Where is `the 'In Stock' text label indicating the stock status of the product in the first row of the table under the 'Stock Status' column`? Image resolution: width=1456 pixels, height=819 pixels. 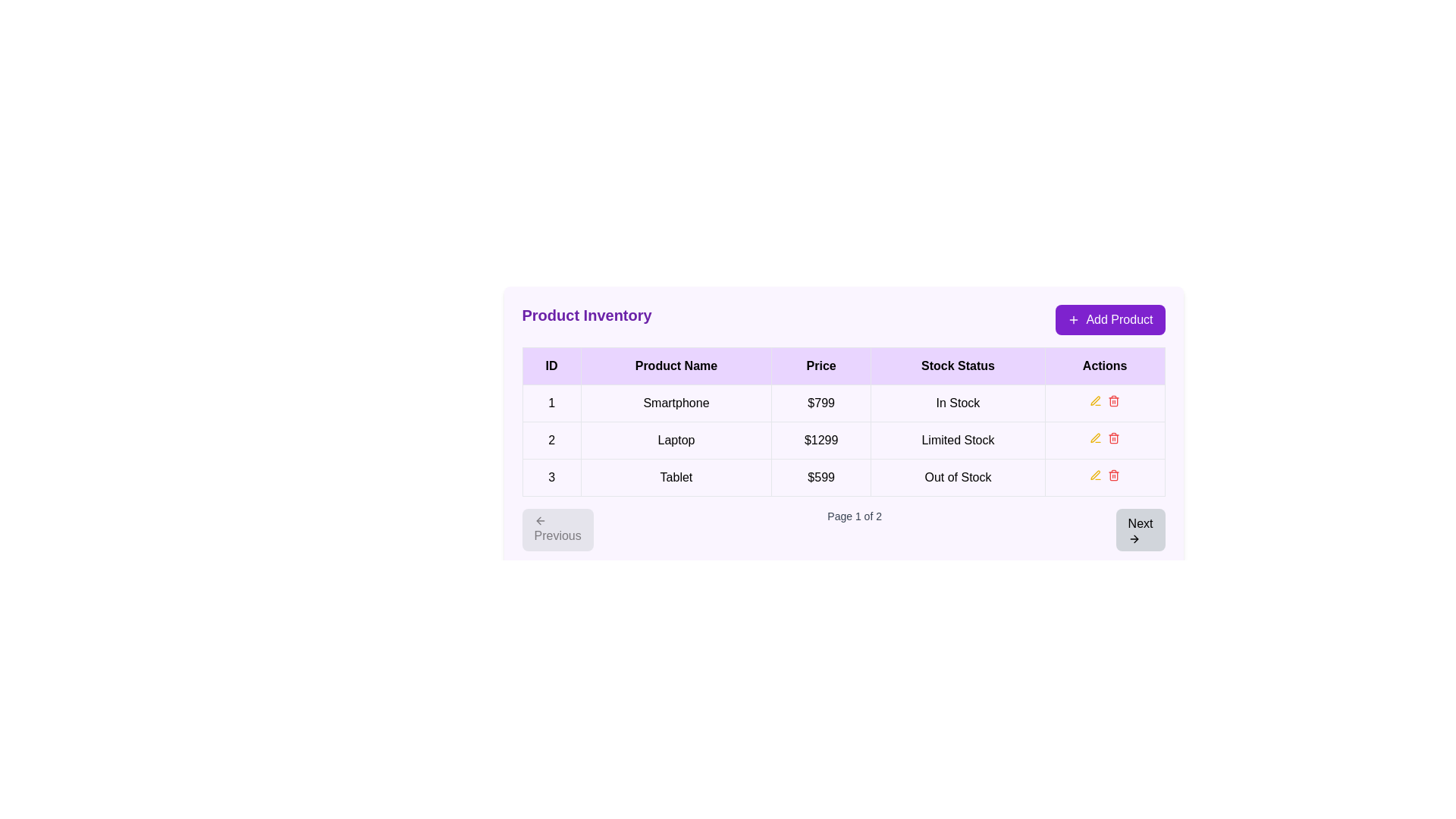 the 'In Stock' text label indicating the stock status of the product in the first row of the table under the 'Stock Status' column is located at coordinates (957, 403).